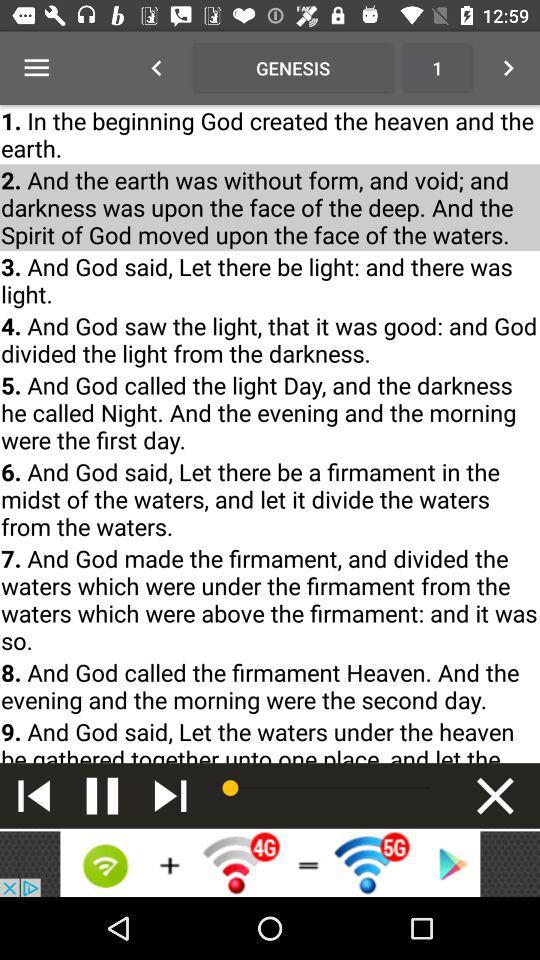 This screenshot has width=540, height=960. I want to click on the pause icon, so click(102, 795).